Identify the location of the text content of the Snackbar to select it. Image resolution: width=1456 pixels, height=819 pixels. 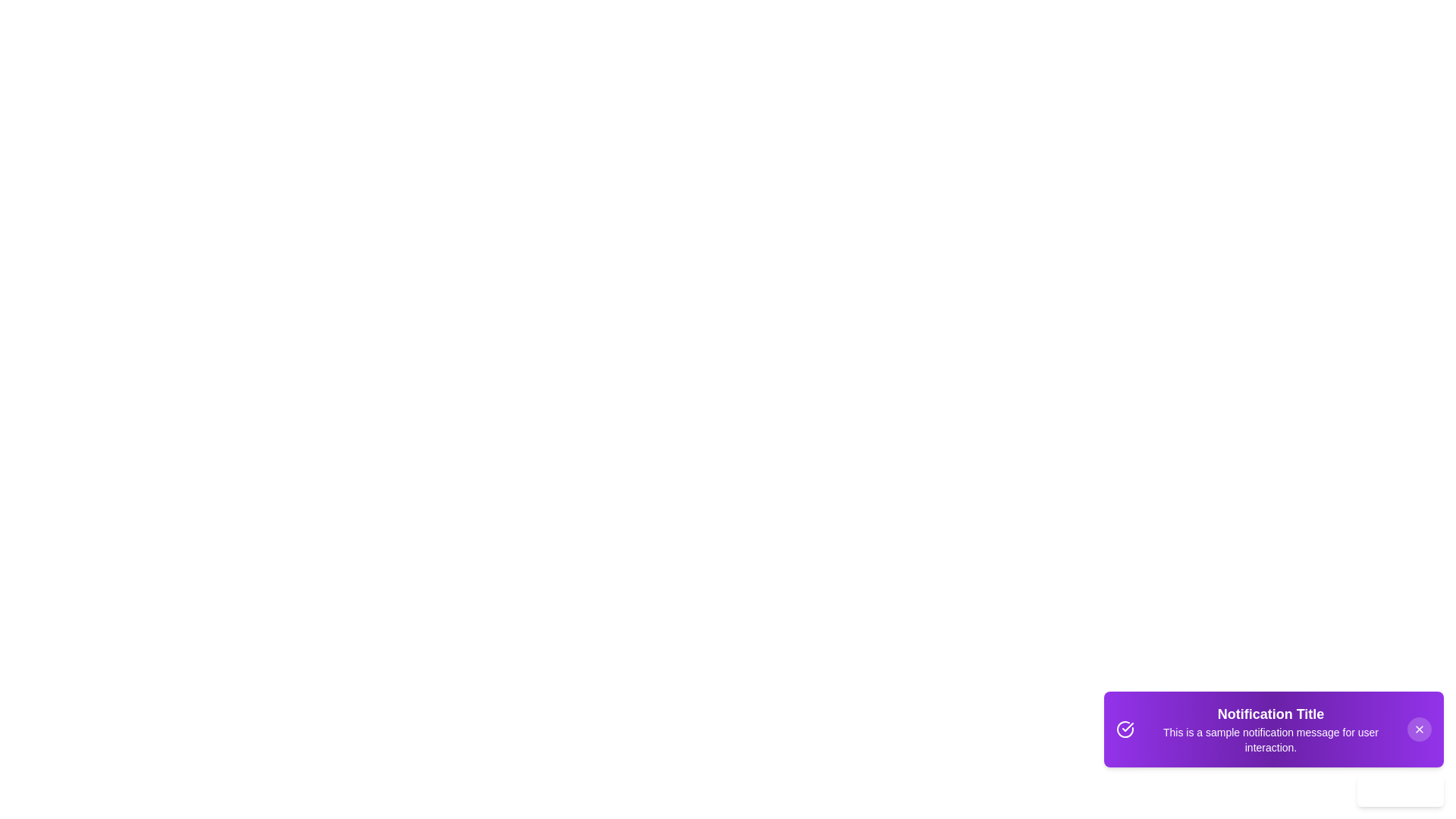
(1270, 728).